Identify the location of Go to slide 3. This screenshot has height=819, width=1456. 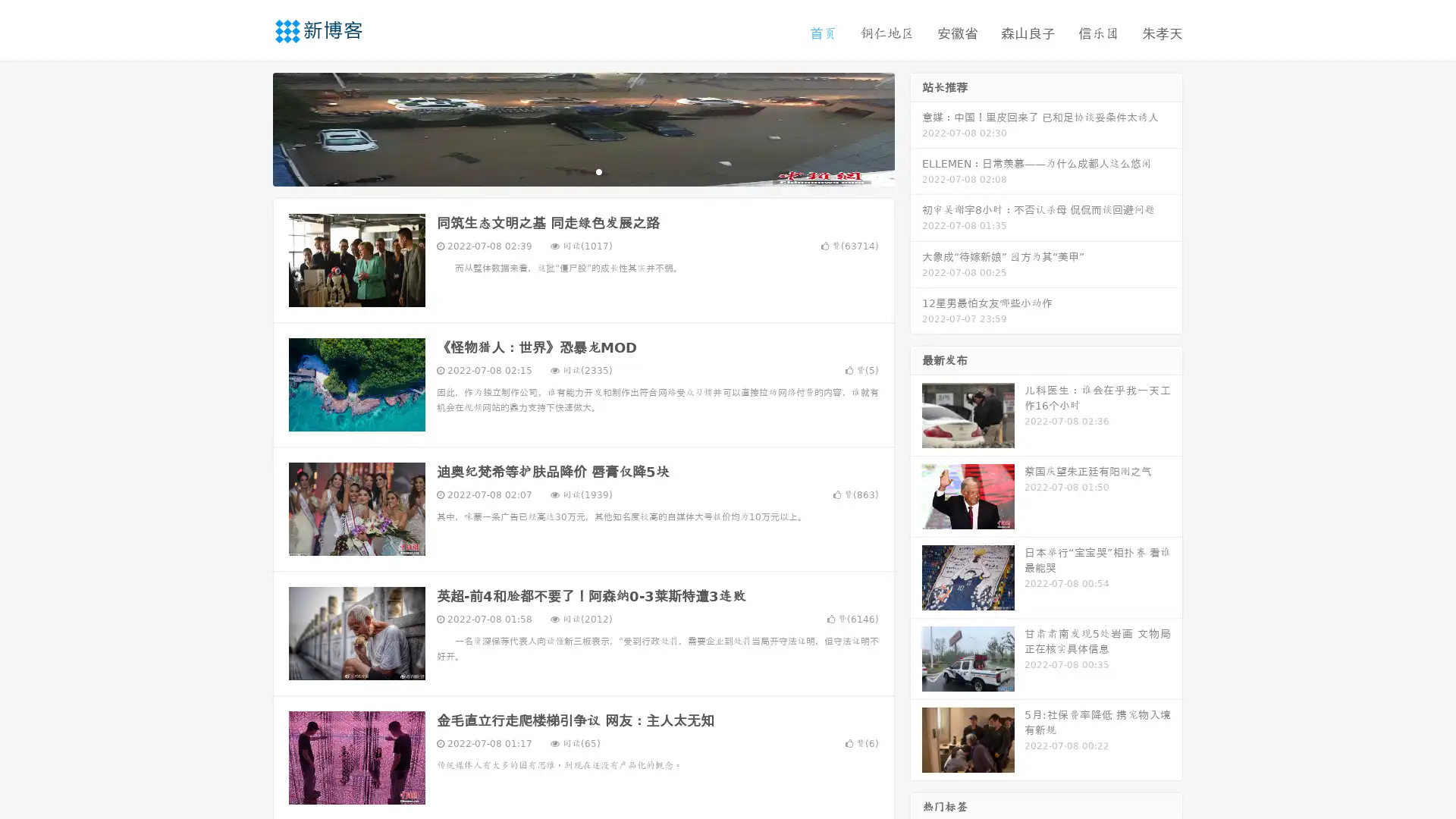
(598, 171).